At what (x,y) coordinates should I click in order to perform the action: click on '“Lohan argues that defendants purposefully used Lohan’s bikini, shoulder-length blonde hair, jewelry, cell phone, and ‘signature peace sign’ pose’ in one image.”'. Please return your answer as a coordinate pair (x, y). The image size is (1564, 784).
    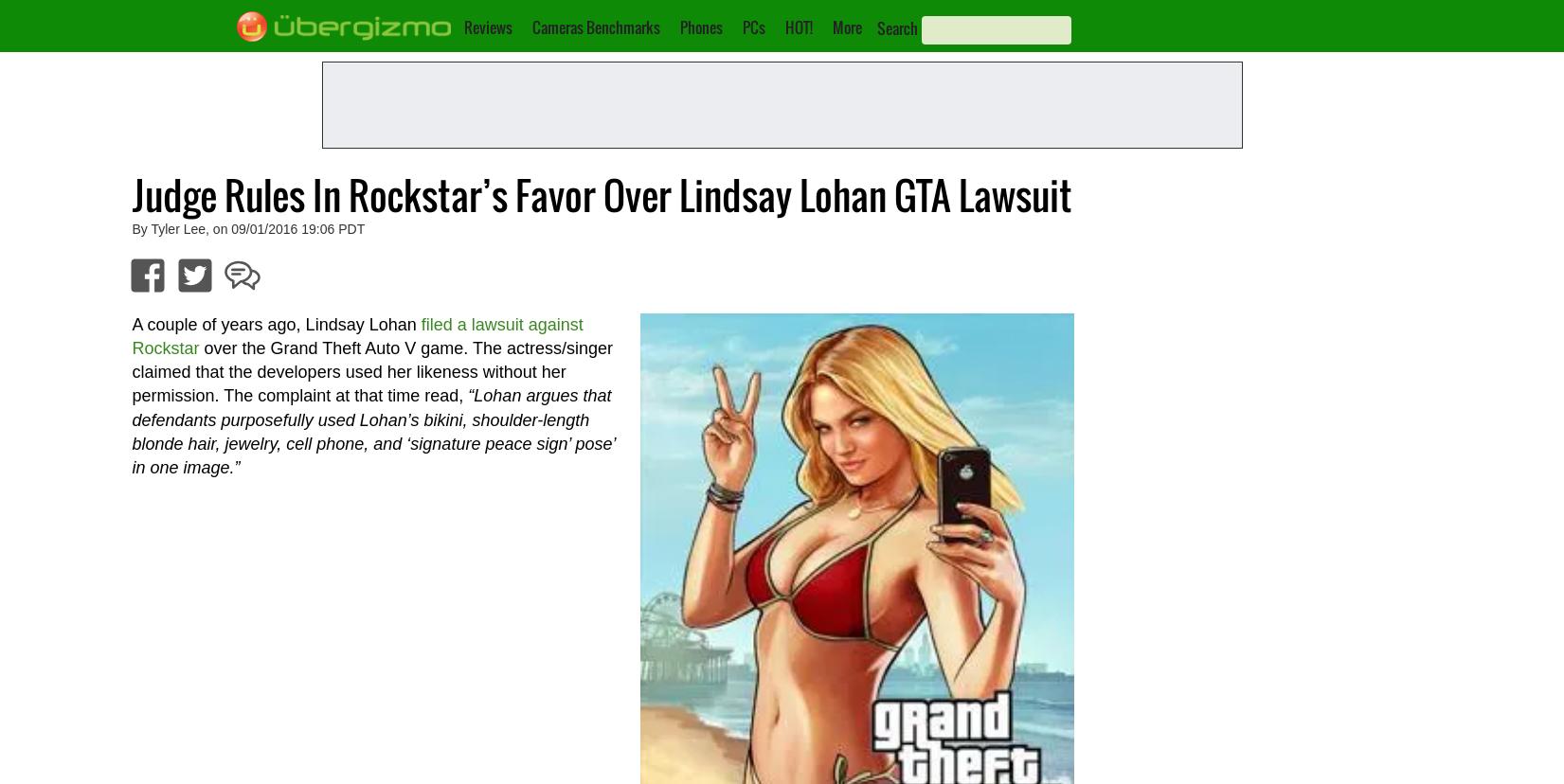
    Looking at the image, I should click on (372, 430).